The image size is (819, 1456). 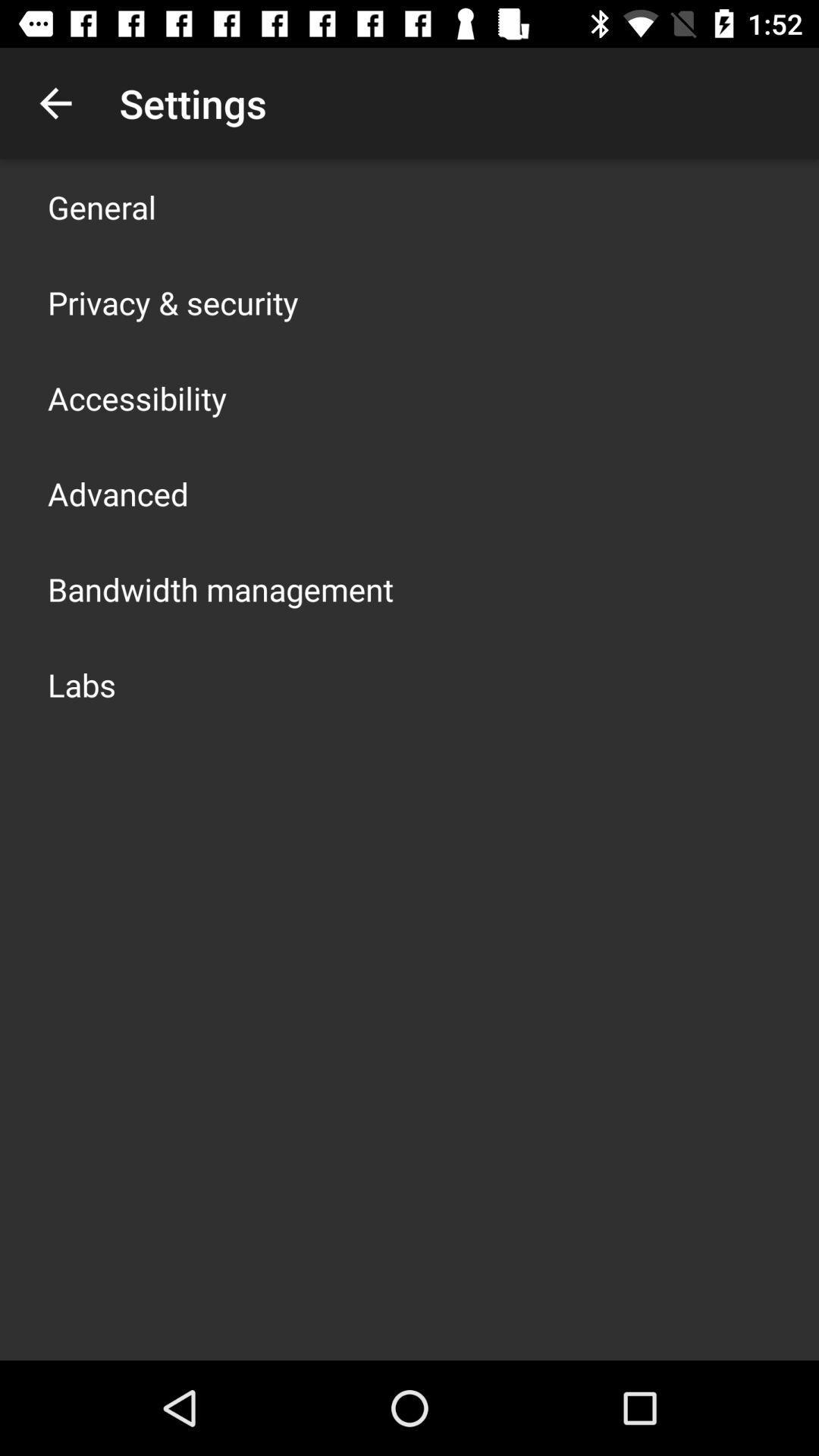 I want to click on the item above general icon, so click(x=55, y=102).